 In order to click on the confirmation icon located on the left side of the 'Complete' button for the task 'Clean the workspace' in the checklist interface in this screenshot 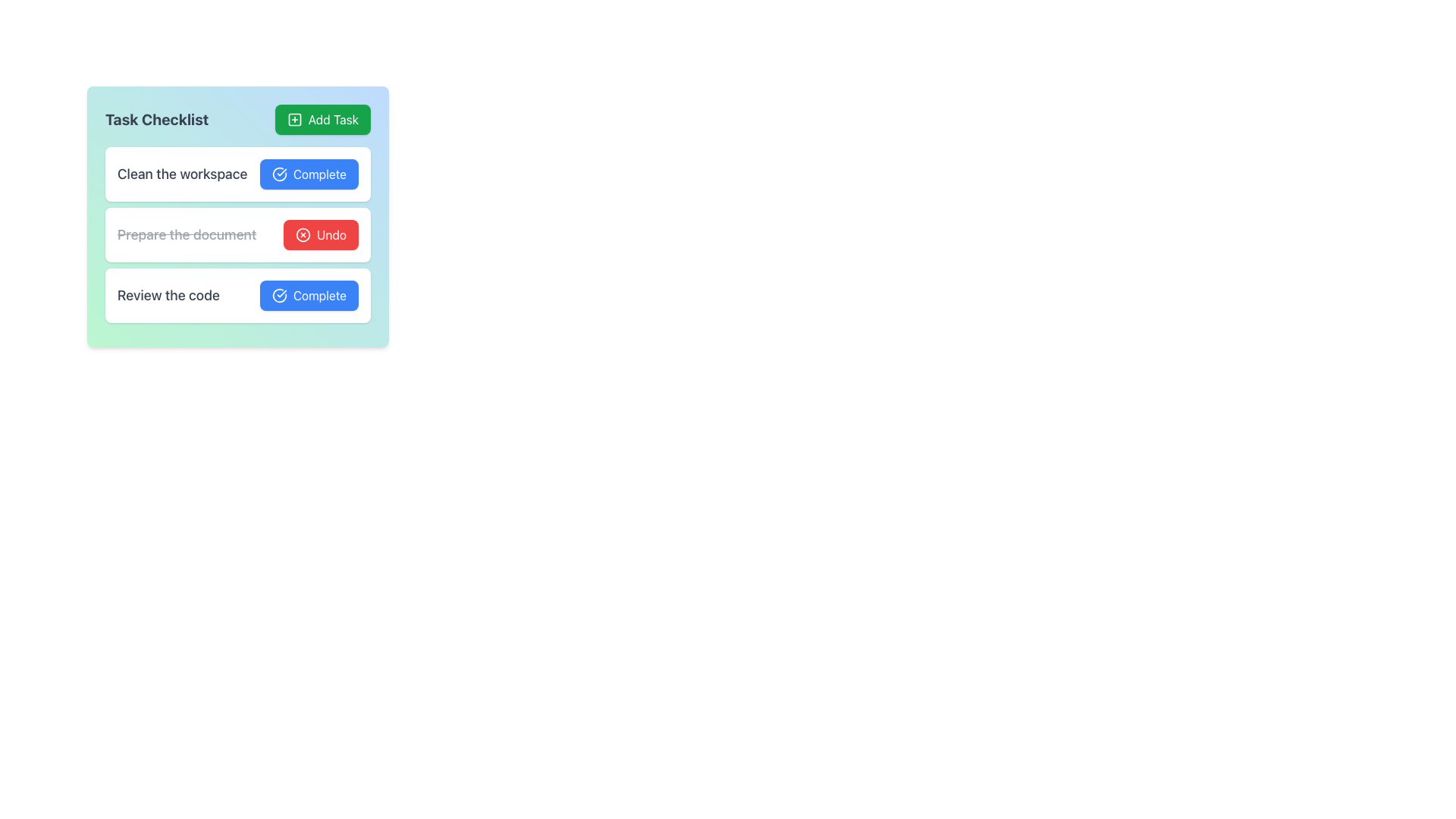, I will do `click(279, 174)`.